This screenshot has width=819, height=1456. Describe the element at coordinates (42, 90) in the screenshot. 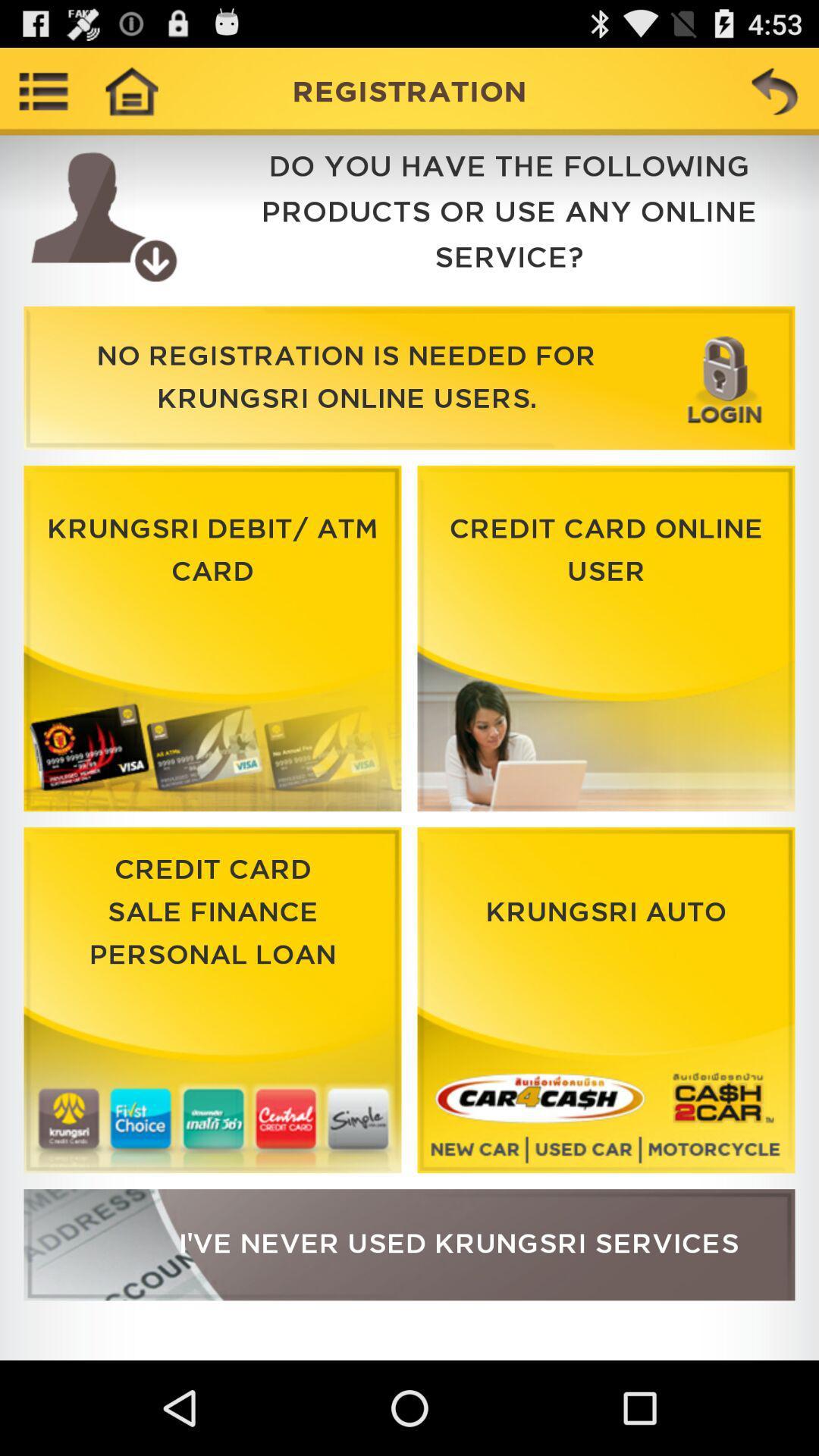

I see `open drop-down menu` at that location.